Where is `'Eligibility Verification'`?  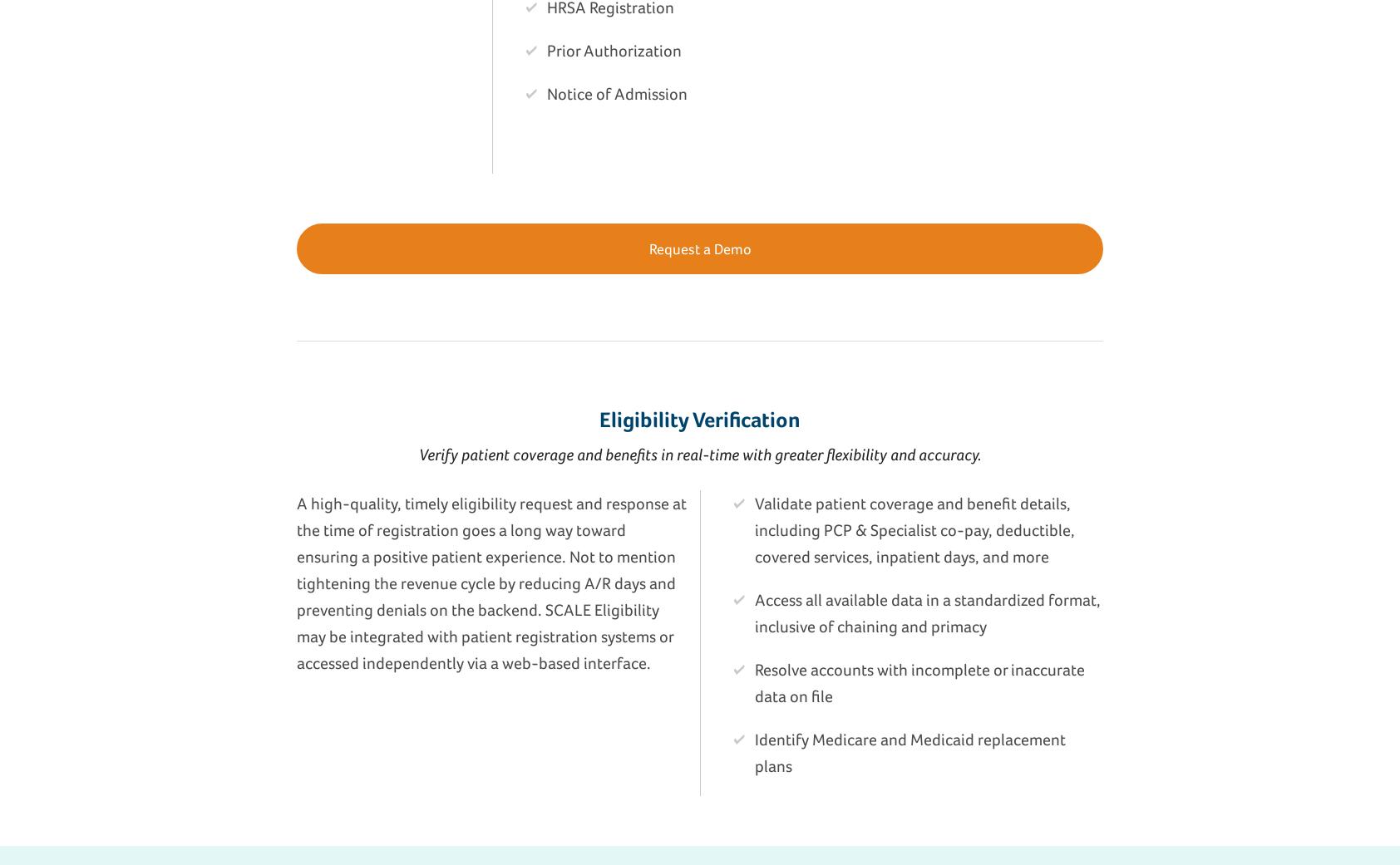
'Eligibility Verification' is located at coordinates (700, 417).